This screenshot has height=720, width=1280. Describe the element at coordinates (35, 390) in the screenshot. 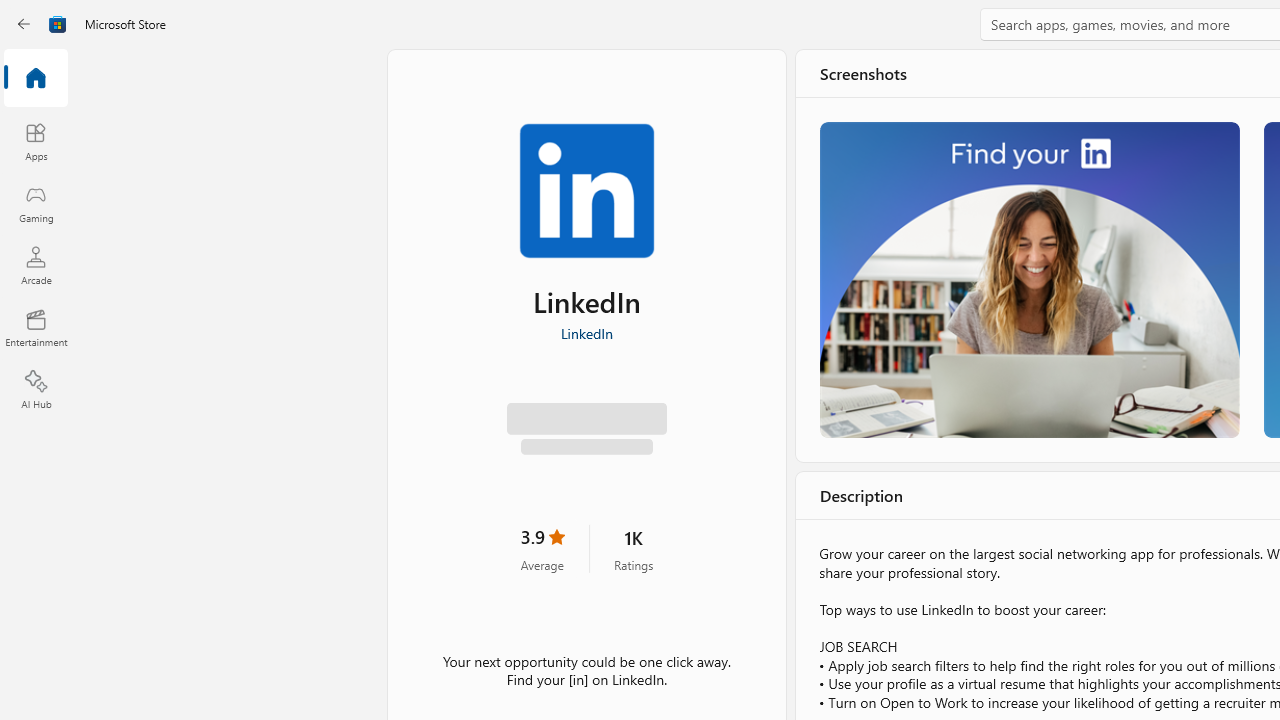

I see `'AI Hub'` at that location.